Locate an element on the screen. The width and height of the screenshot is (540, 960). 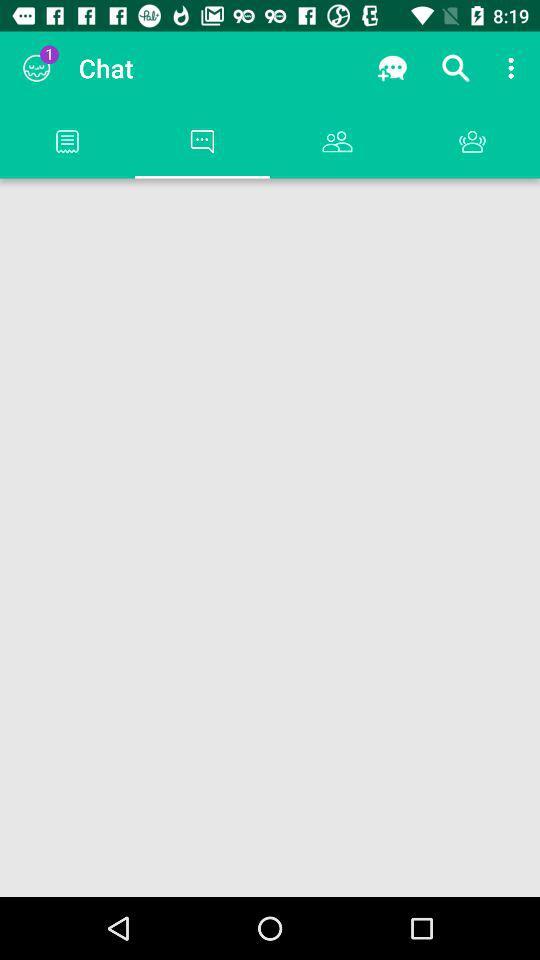
app to the right of the chat is located at coordinates (393, 68).